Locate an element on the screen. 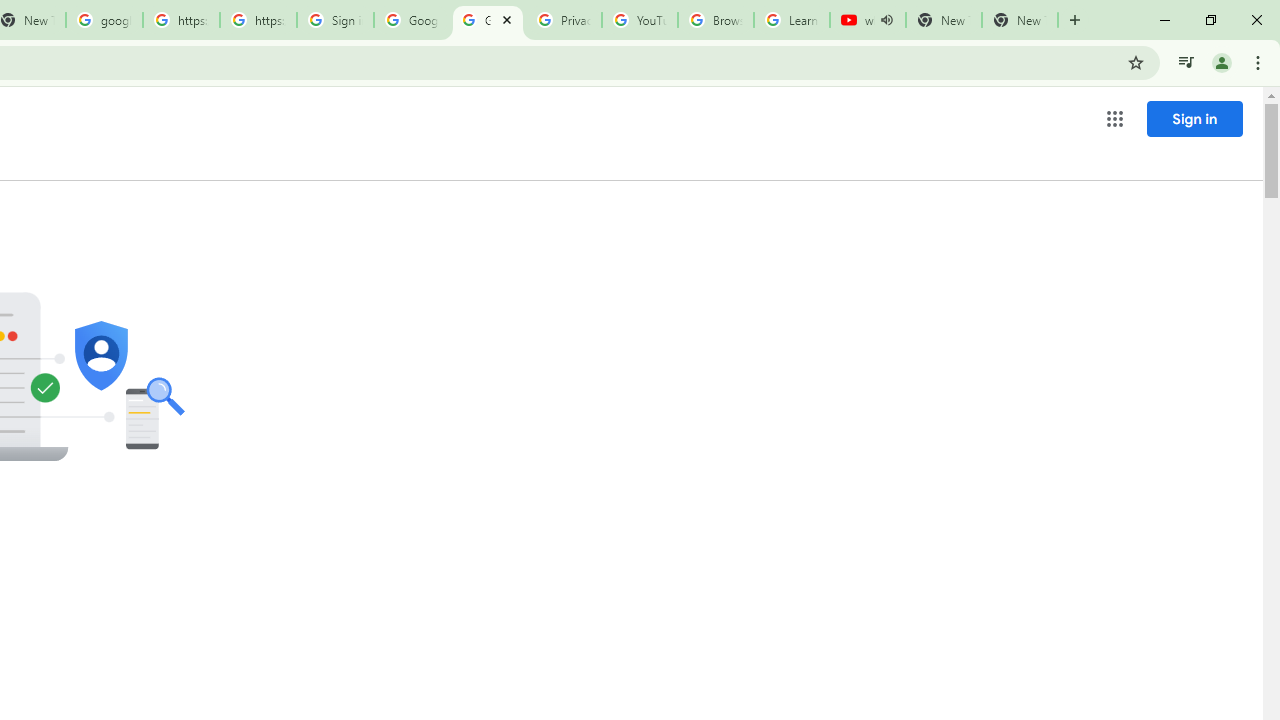  'Browse Chrome as a guest - Computer - Google Chrome Help' is located at coordinates (716, 20).